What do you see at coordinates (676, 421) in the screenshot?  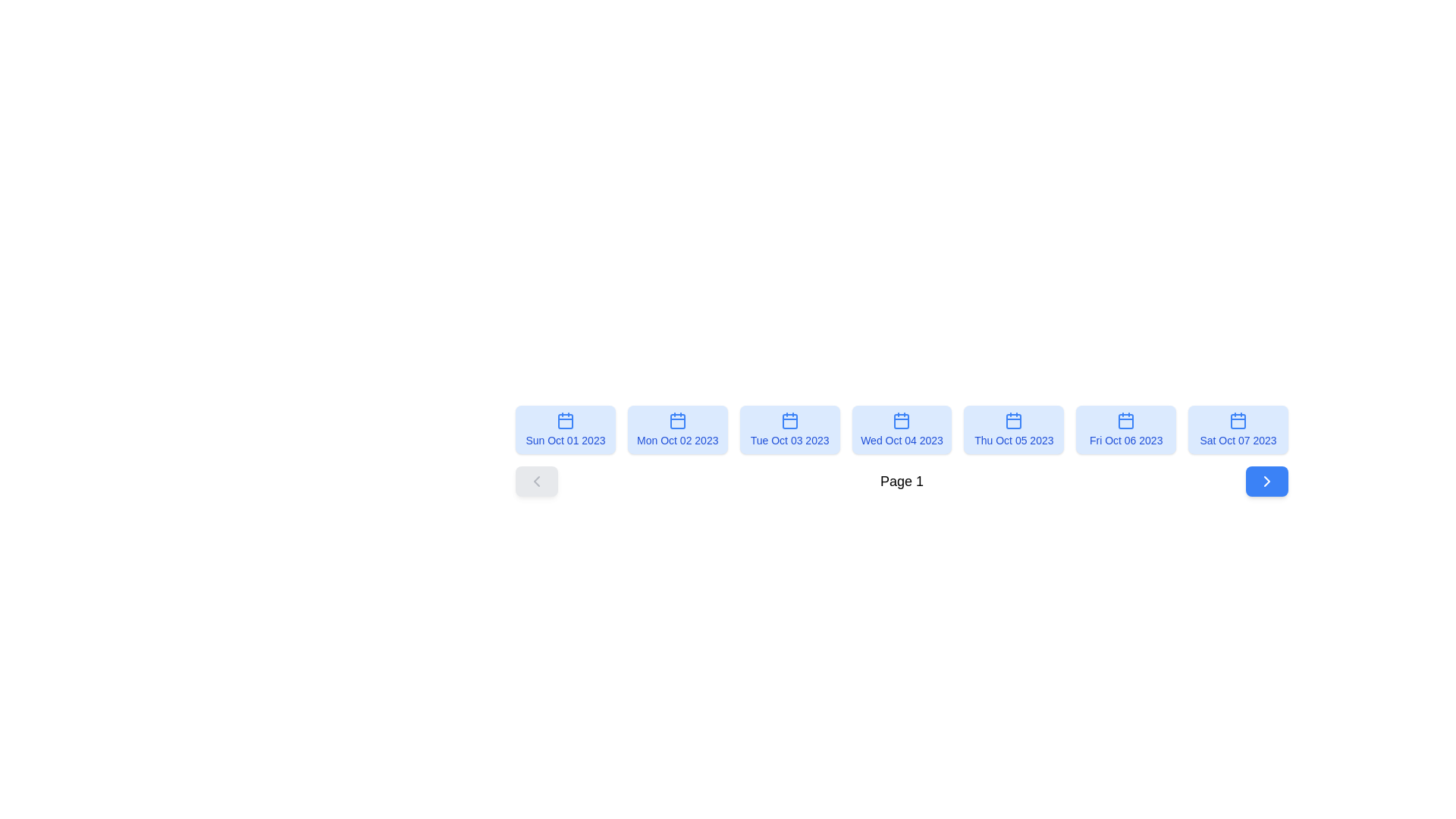 I see `the calendar icon with a blue outline located within the date card displaying 'Mon Oct 02 2023', which is the second icon from the left in the sequence` at bounding box center [676, 421].